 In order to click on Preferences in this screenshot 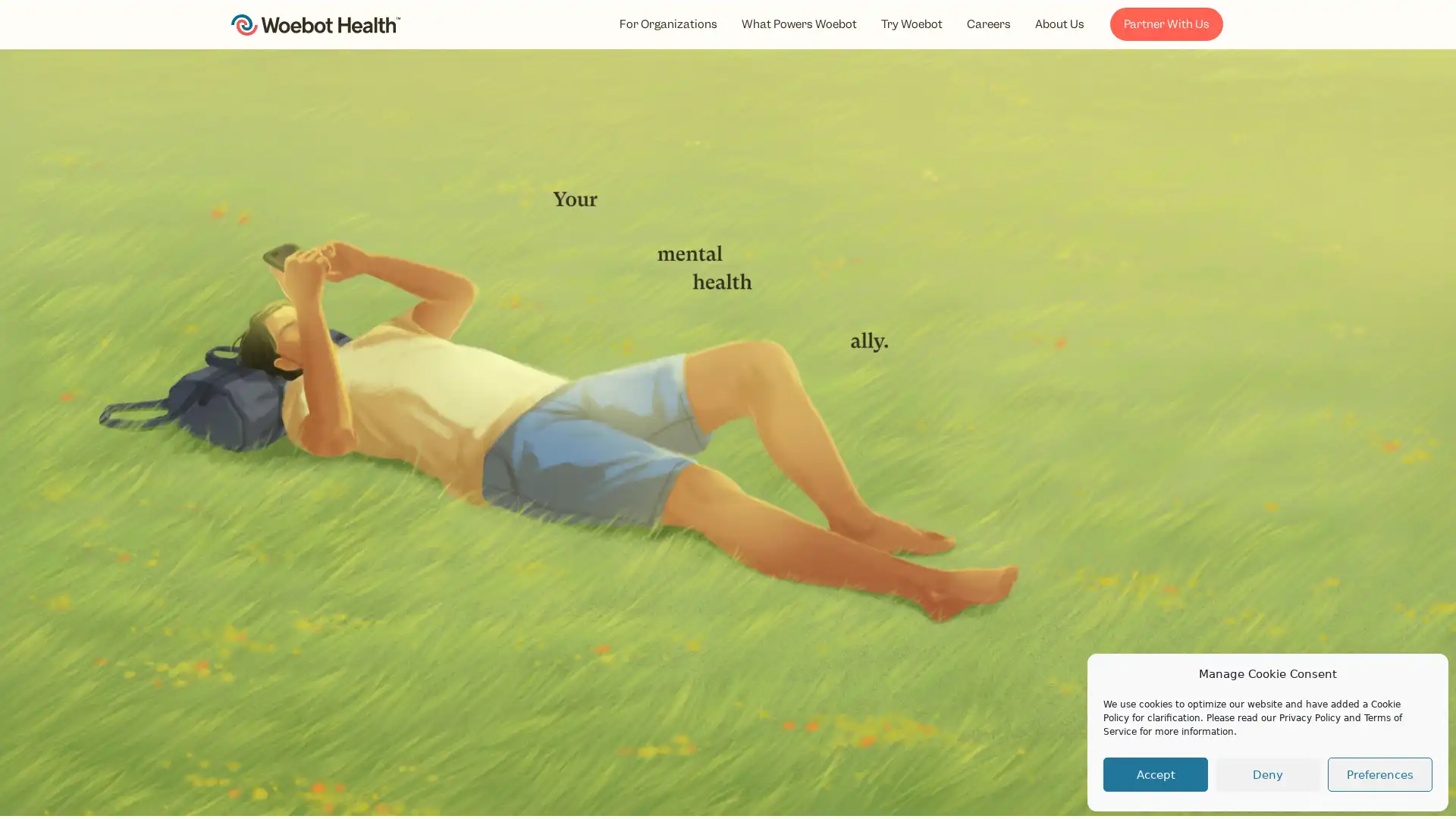, I will do `click(1379, 774)`.